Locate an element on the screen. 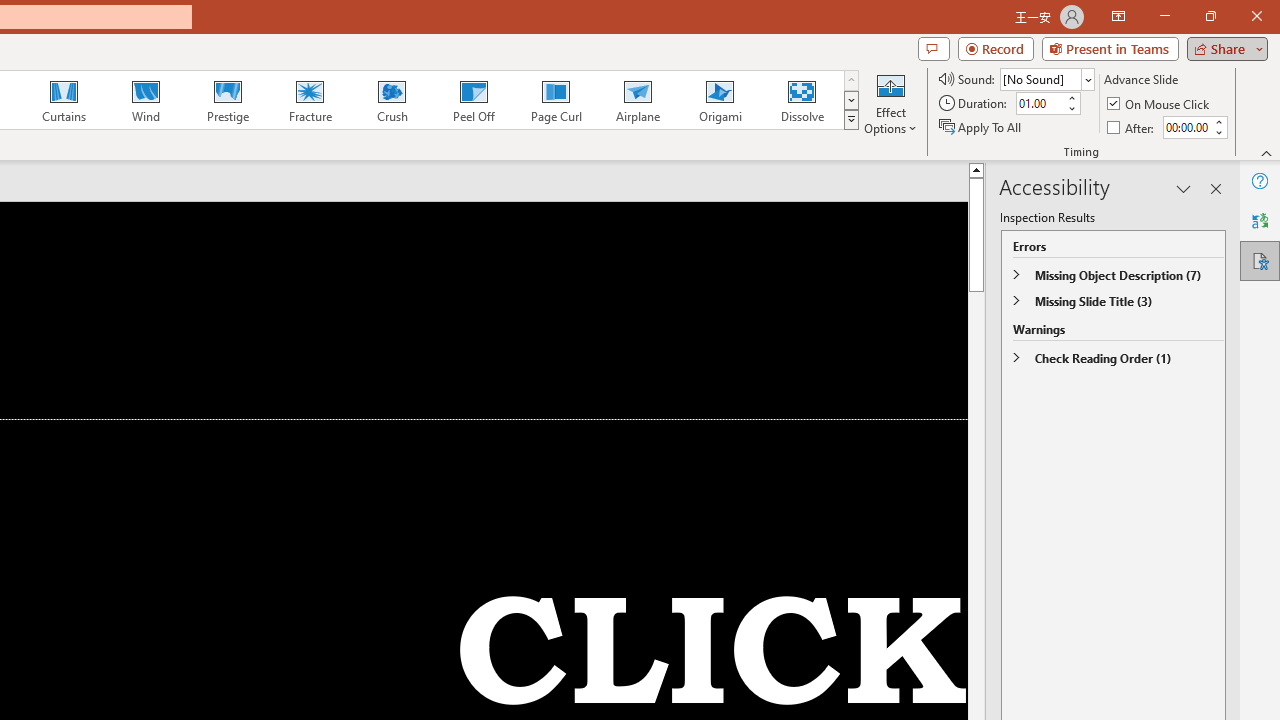 The image size is (1280, 720). 'Translator' is located at coordinates (1259, 221).